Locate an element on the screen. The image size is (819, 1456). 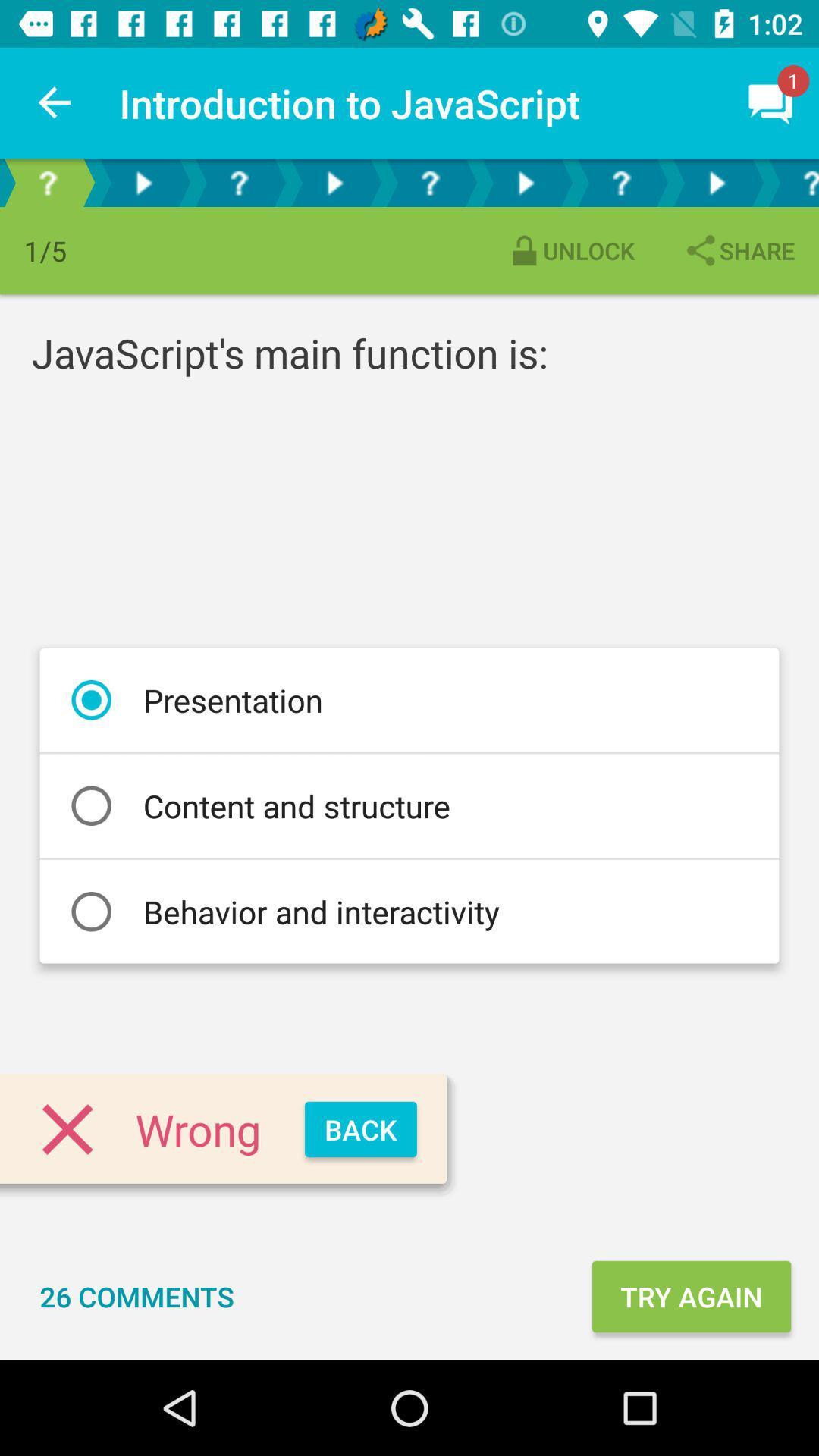
the help icon is located at coordinates (791, 182).